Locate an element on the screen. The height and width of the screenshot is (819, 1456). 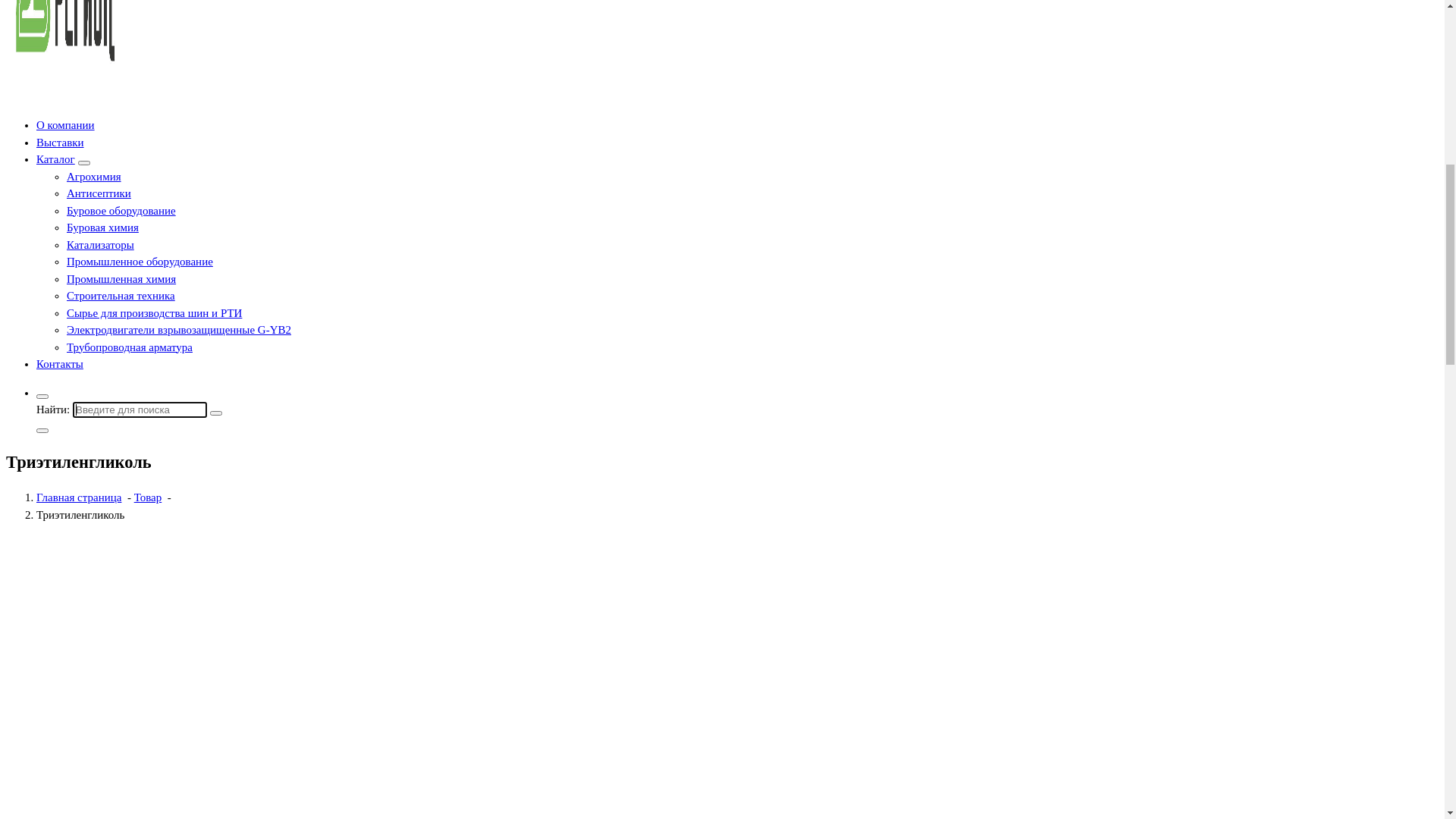
'info@25region.com' is located at coordinates (52, 32).